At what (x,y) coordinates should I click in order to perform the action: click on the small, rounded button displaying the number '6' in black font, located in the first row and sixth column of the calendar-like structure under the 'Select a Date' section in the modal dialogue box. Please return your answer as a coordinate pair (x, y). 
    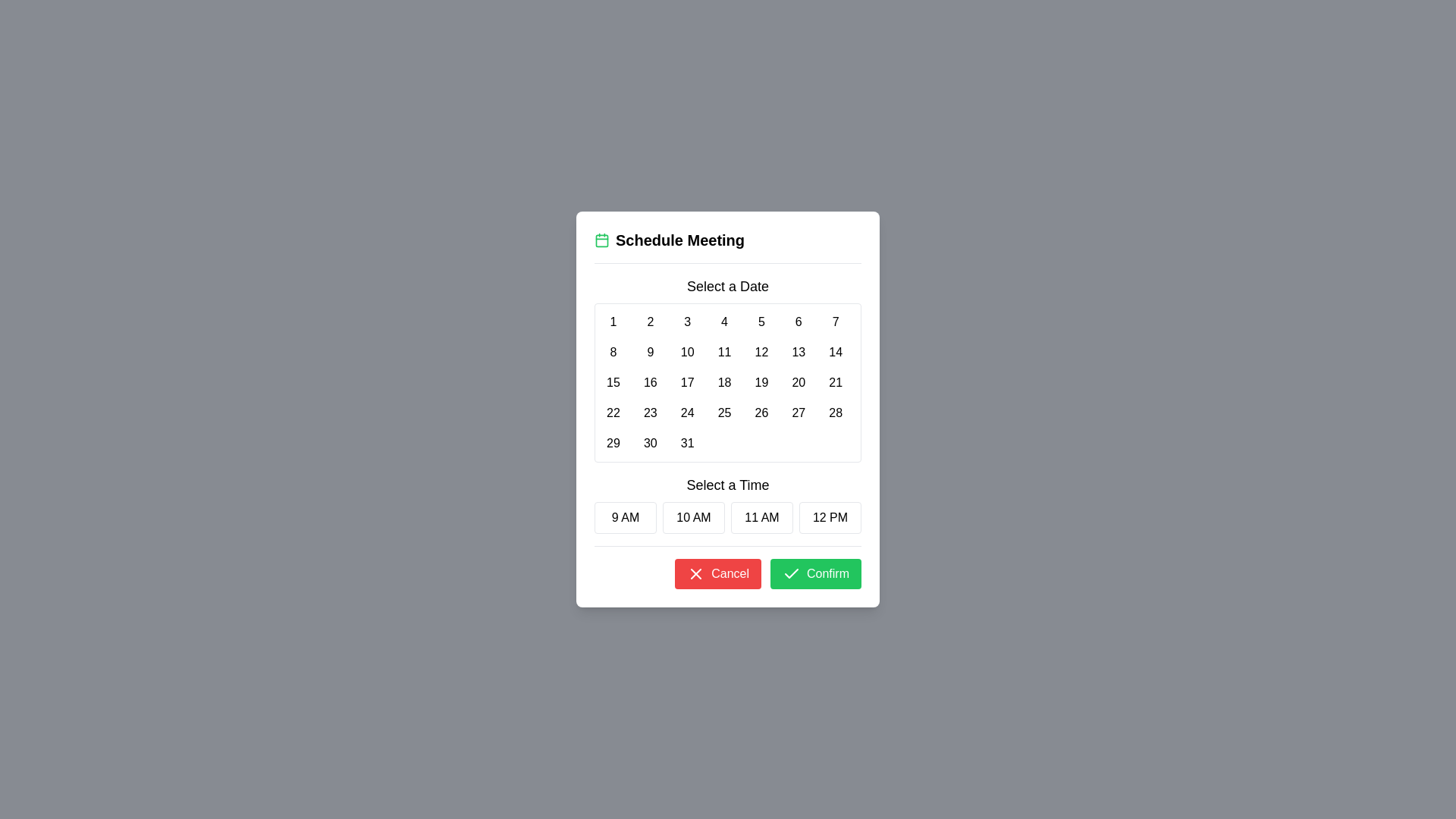
    Looking at the image, I should click on (798, 321).